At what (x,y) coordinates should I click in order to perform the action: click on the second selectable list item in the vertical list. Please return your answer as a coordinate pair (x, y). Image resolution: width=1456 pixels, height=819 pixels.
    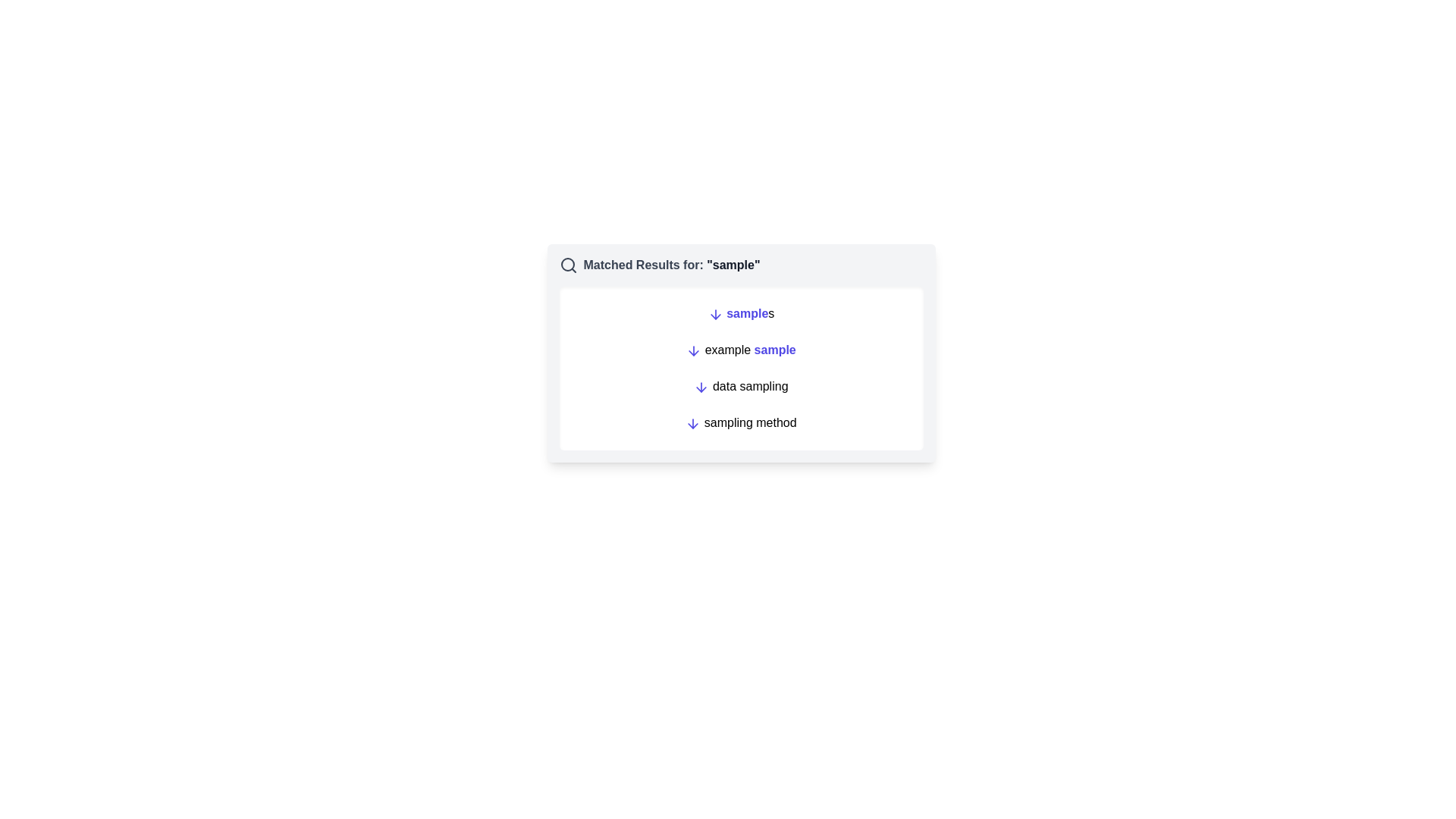
    Looking at the image, I should click on (741, 350).